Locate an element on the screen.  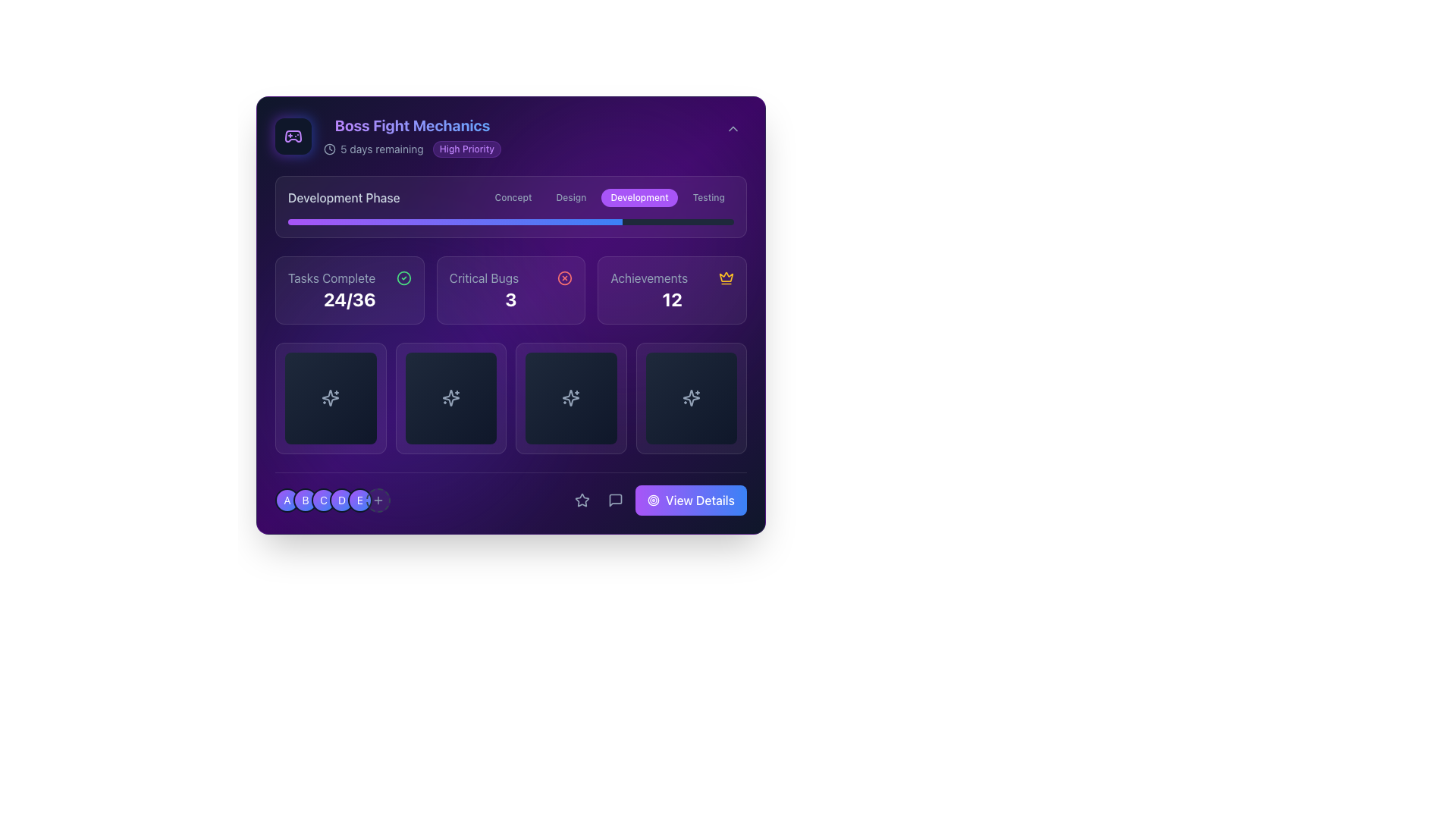
the second cell from the left in the rectangular grid containing four interactive cells, which features sparkles icons that change to purple on hover is located at coordinates (510, 397).